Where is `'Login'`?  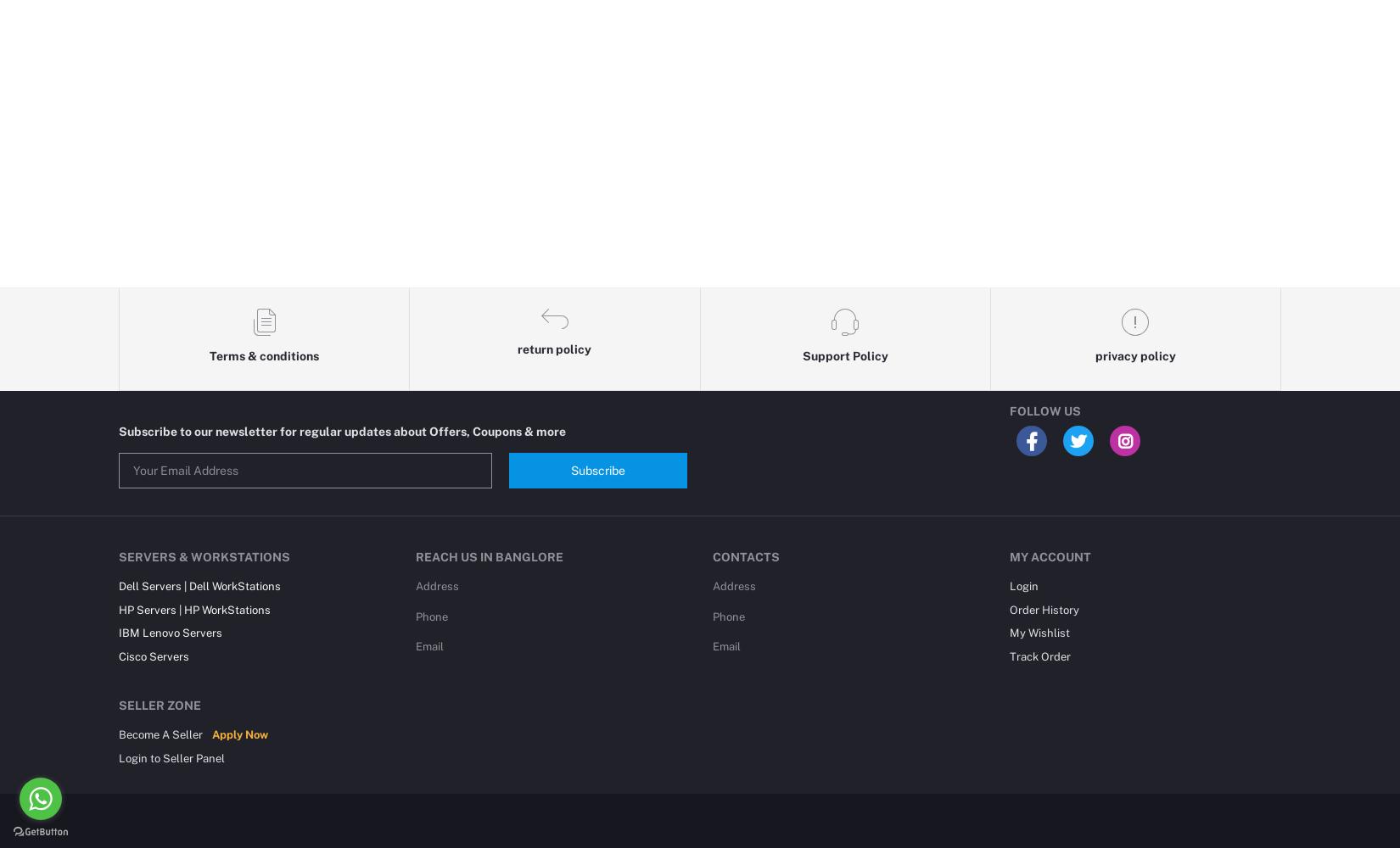
'Login' is located at coordinates (1023, 585).